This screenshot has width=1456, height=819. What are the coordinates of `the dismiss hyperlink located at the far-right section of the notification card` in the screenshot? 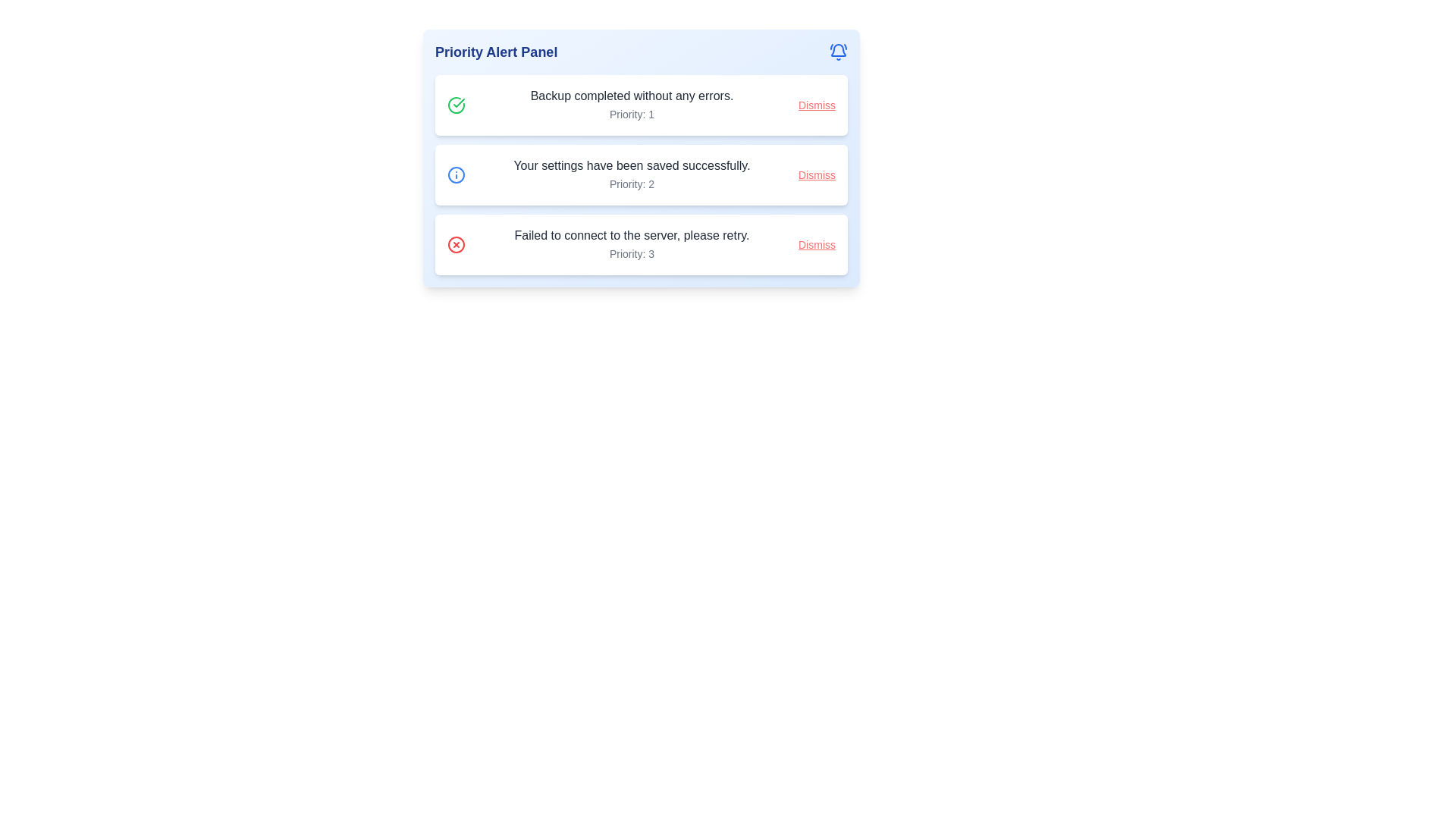 It's located at (816, 244).